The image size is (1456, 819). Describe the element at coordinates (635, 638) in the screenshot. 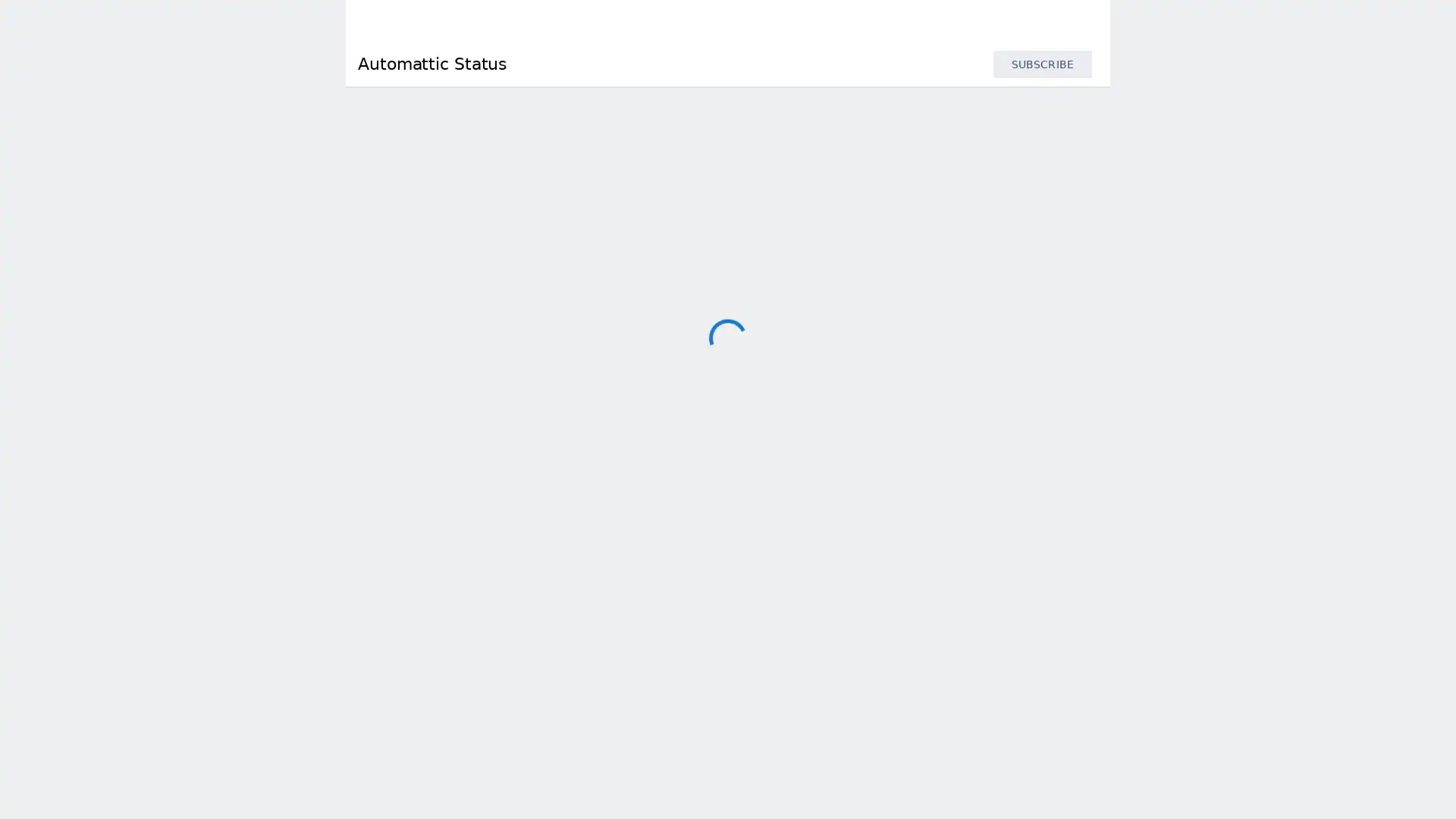

I see `Parse.ly API Response Time : 167 ms` at that location.